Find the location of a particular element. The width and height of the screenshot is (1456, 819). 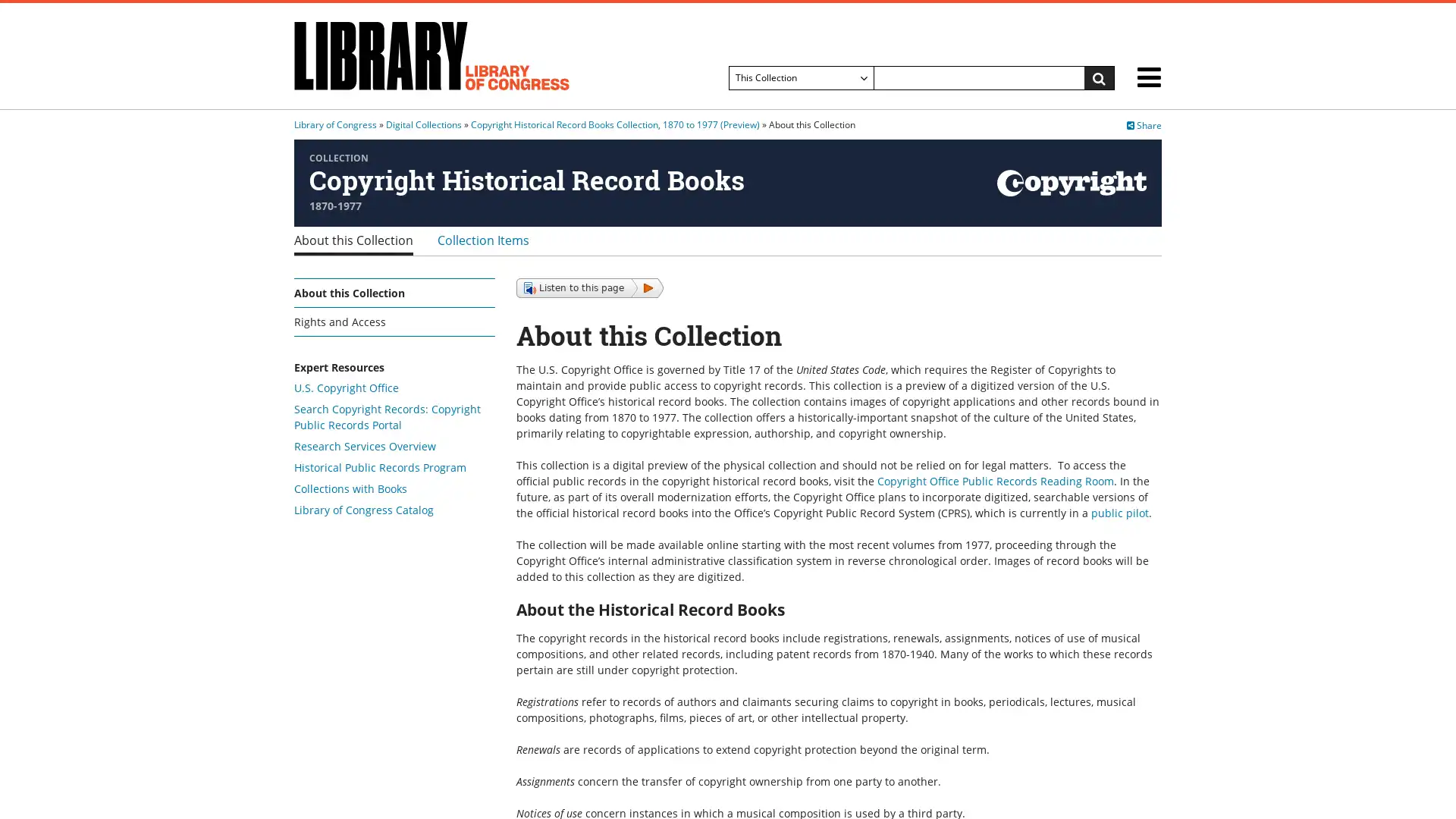

Share is located at coordinates (1144, 124).